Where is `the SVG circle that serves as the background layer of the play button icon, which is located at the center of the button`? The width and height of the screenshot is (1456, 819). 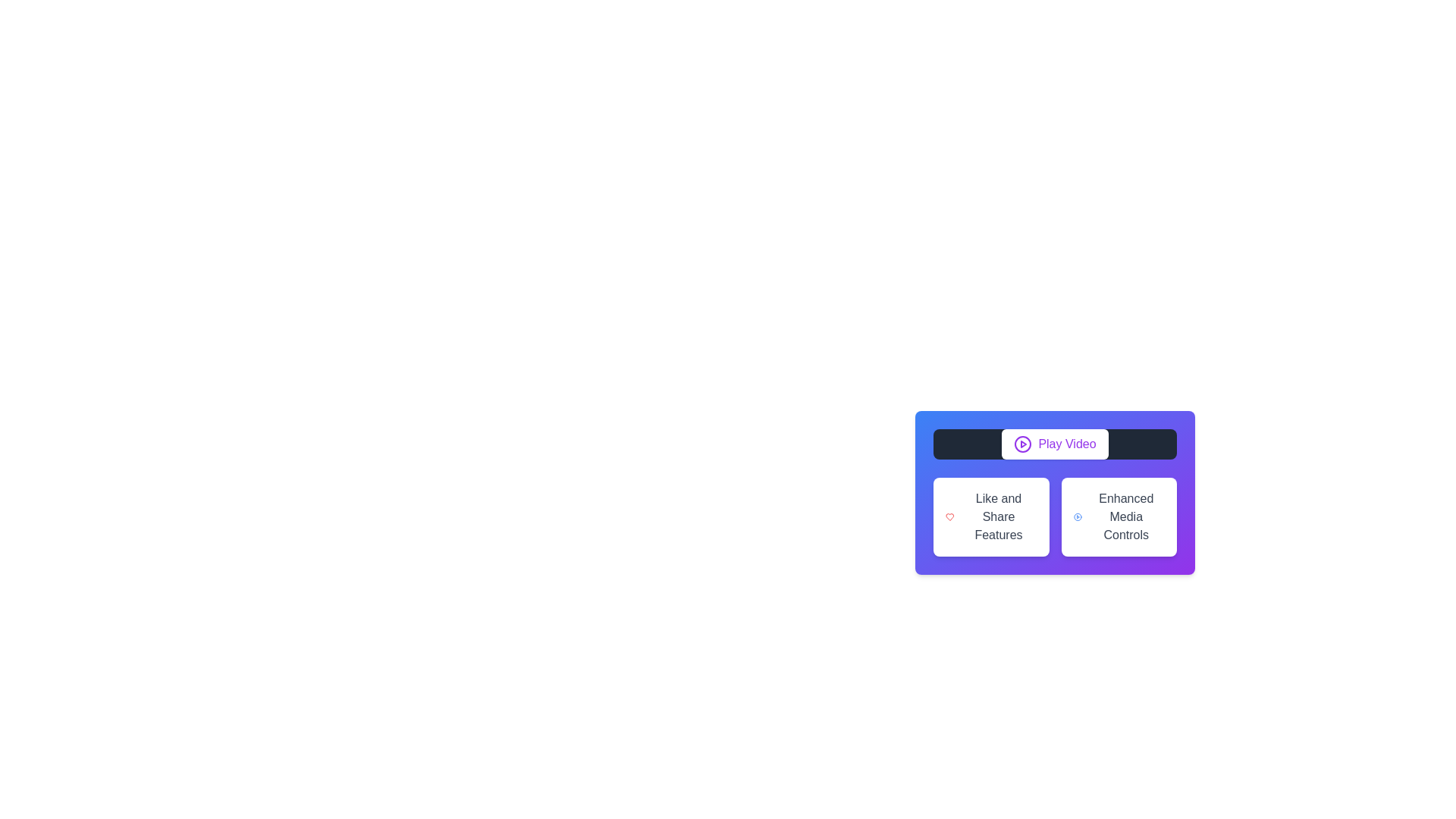 the SVG circle that serves as the background layer of the play button icon, which is located at the center of the button is located at coordinates (1023, 444).